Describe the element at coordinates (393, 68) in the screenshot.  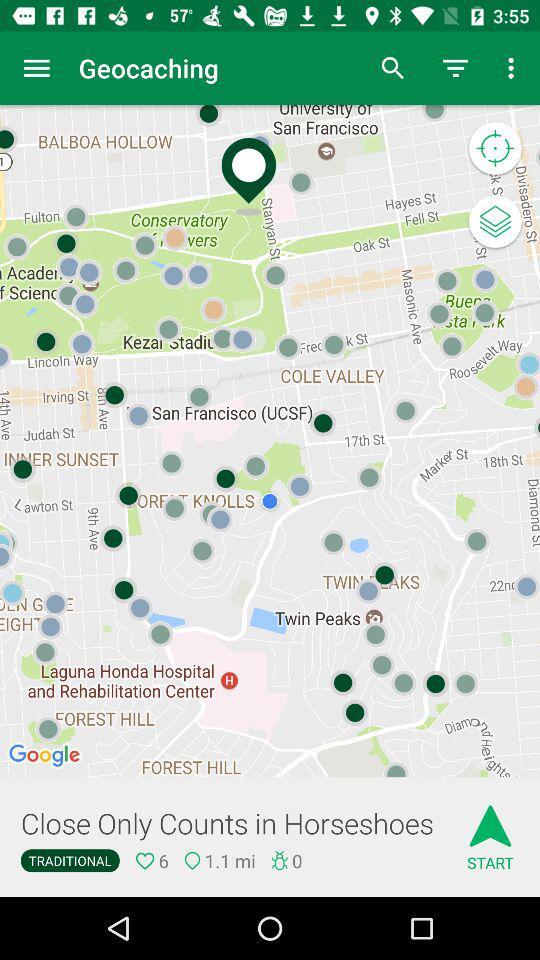
I see `the icon next to geocaching` at that location.